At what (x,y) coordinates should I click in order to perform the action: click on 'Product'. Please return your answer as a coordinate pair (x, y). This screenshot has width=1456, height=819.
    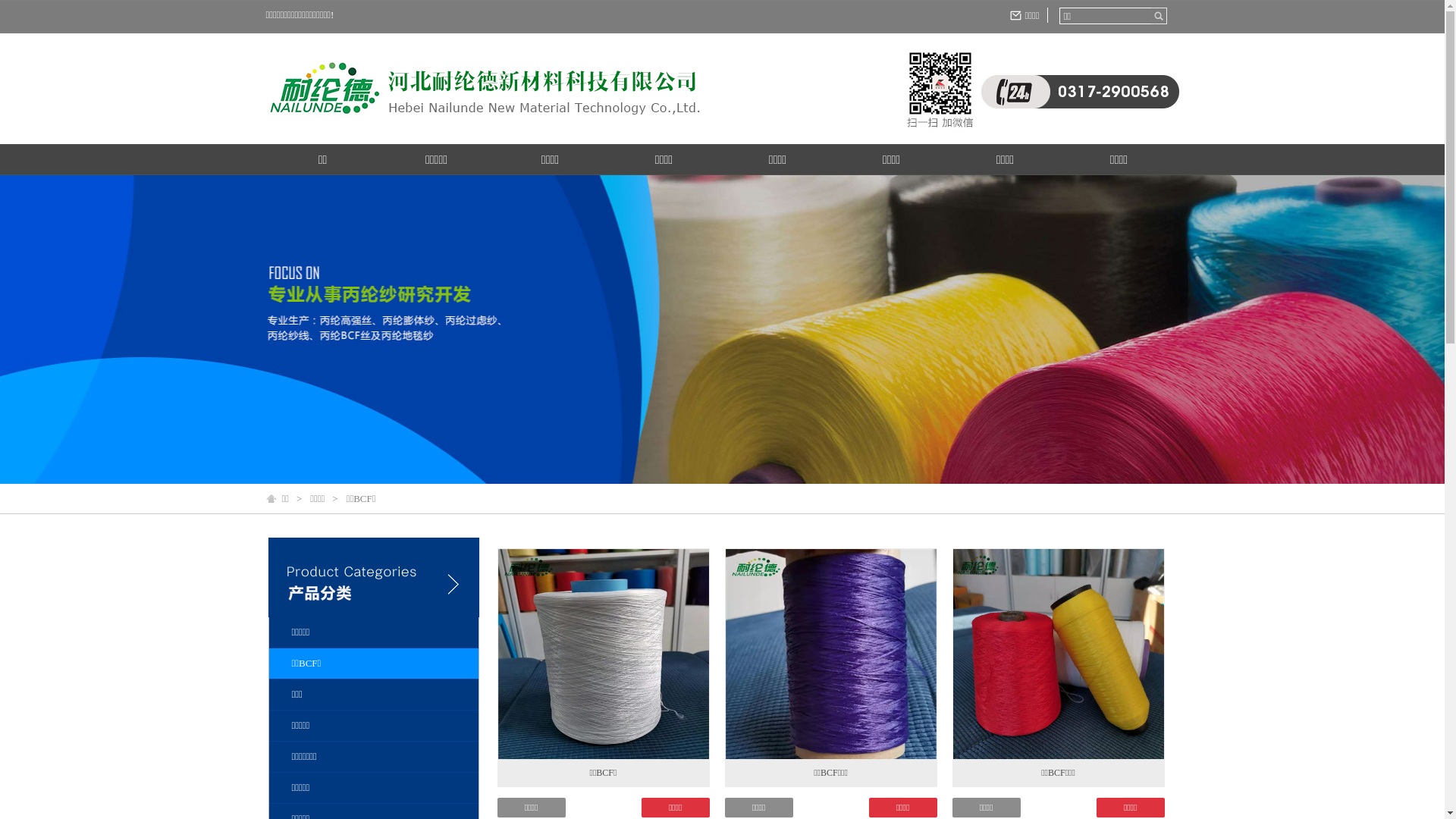
    Looking at the image, I should click on (374, 607).